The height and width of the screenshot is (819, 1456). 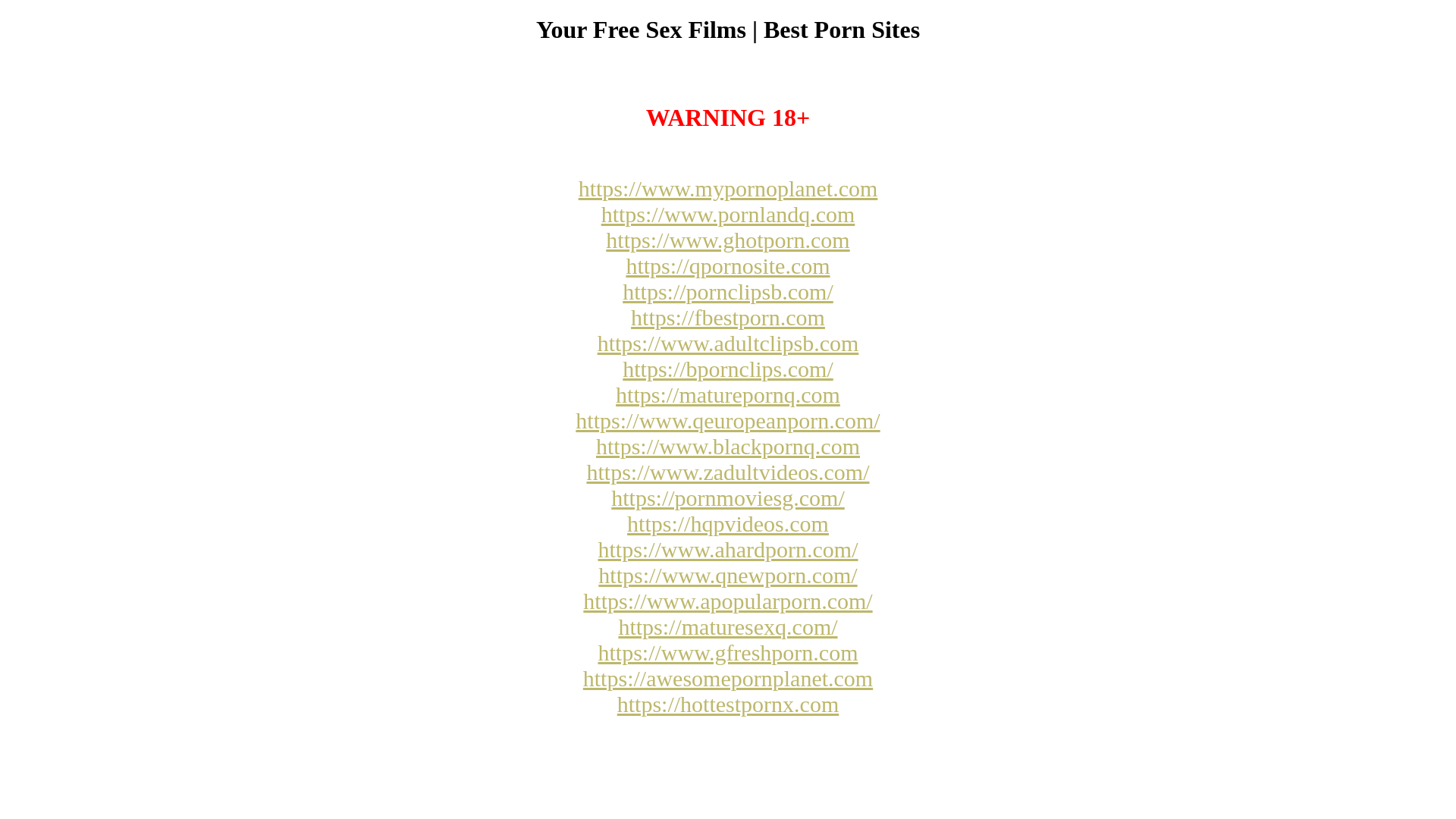 What do you see at coordinates (728, 187) in the screenshot?
I see `'https://www.mypornoplanet.com'` at bounding box center [728, 187].